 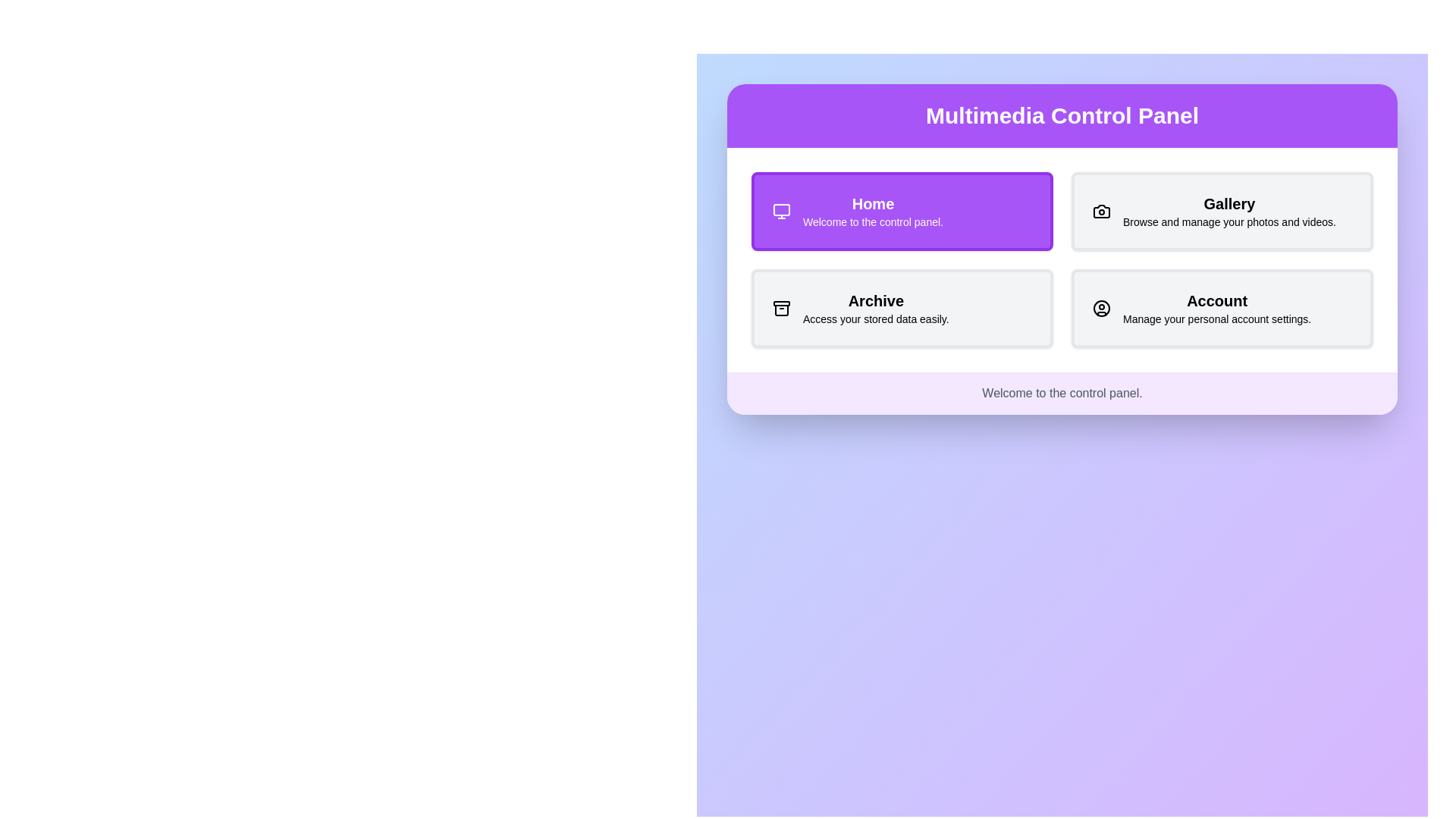 What do you see at coordinates (1222, 308) in the screenshot?
I see `the Account section by clicking its button` at bounding box center [1222, 308].